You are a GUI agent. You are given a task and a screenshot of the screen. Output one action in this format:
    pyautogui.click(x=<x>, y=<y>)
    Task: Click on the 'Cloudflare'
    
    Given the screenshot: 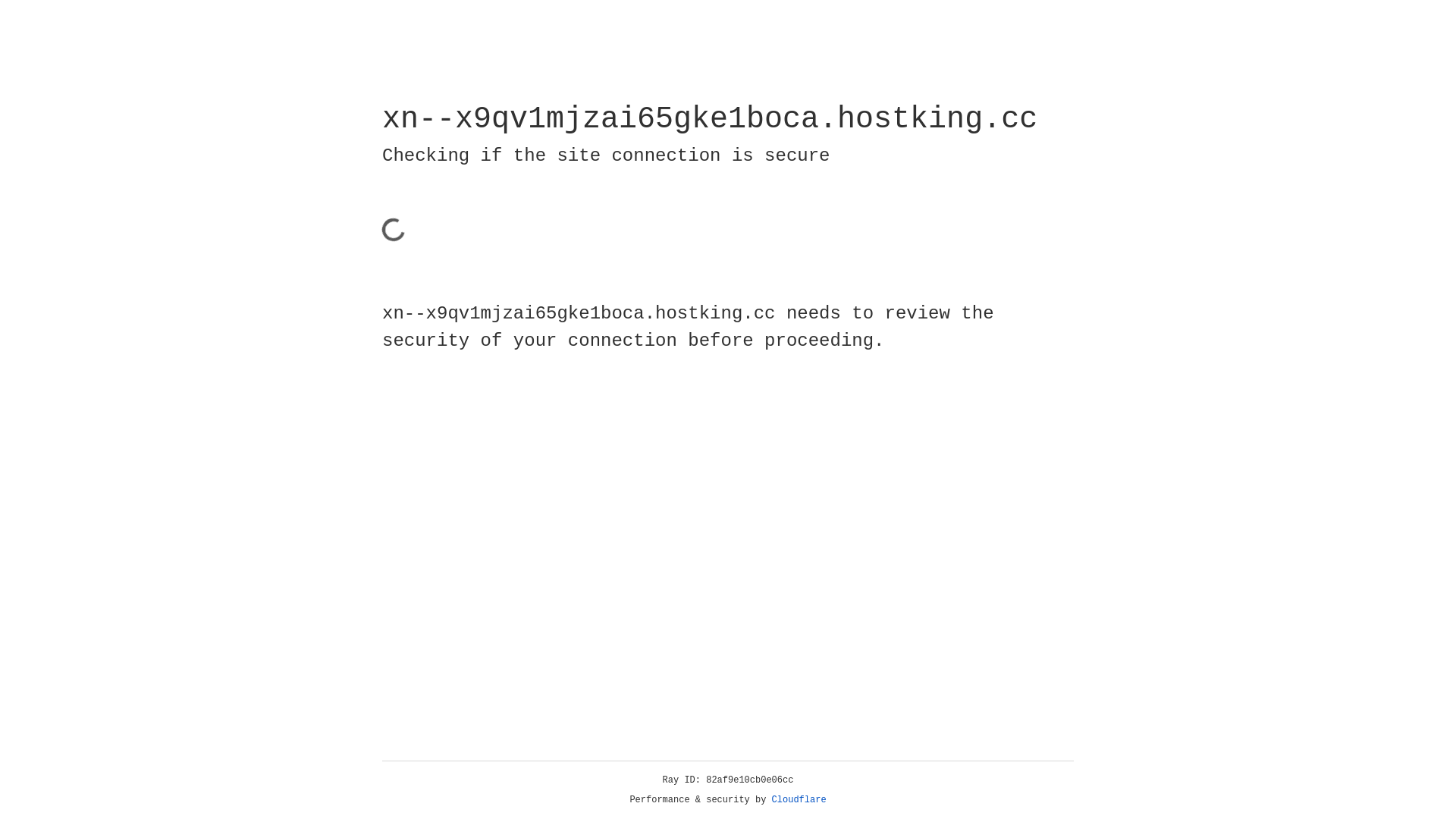 What is the action you would take?
    pyautogui.click(x=771, y=799)
    